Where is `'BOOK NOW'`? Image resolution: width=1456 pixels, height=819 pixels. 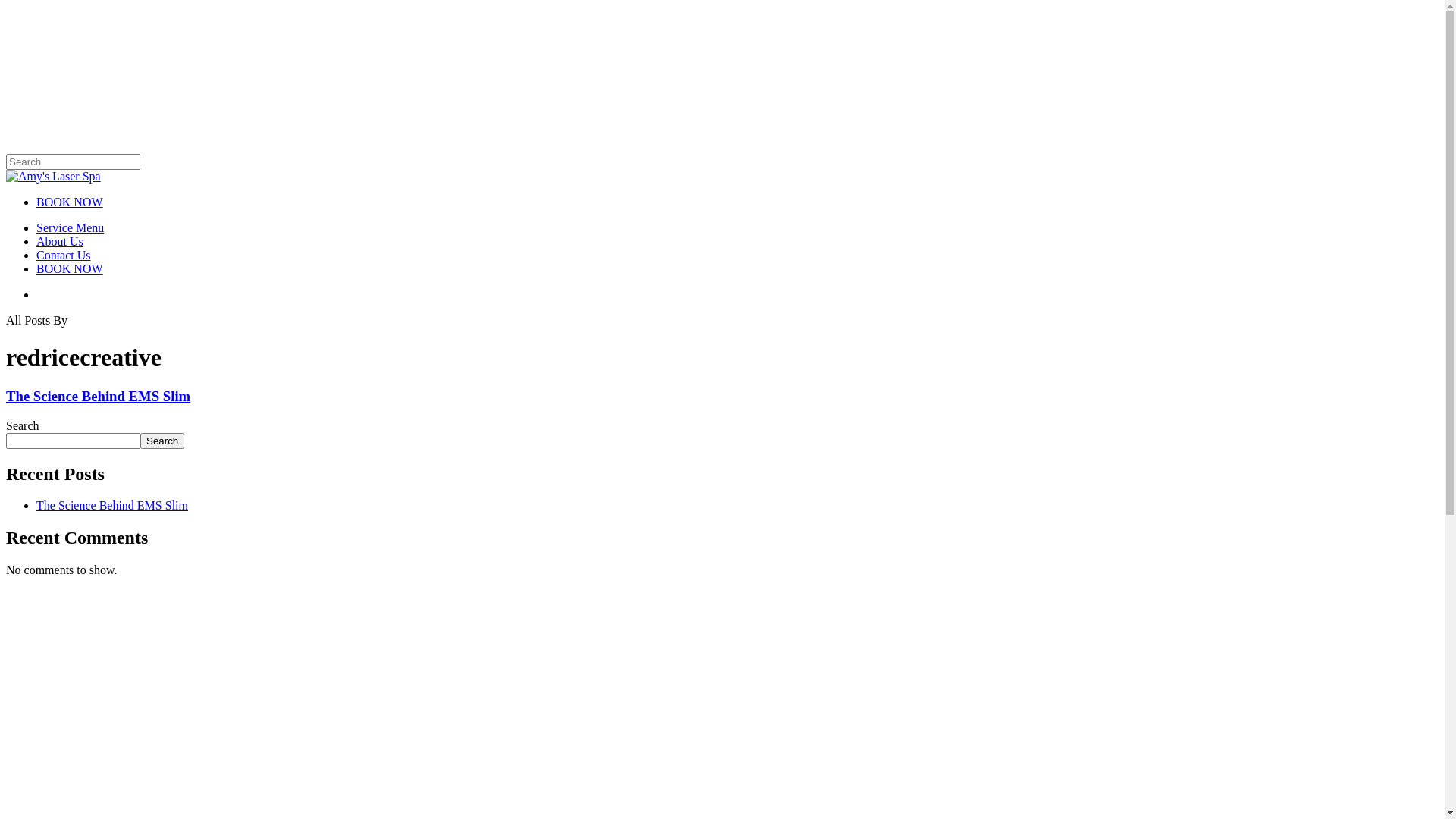
'BOOK NOW' is located at coordinates (68, 201).